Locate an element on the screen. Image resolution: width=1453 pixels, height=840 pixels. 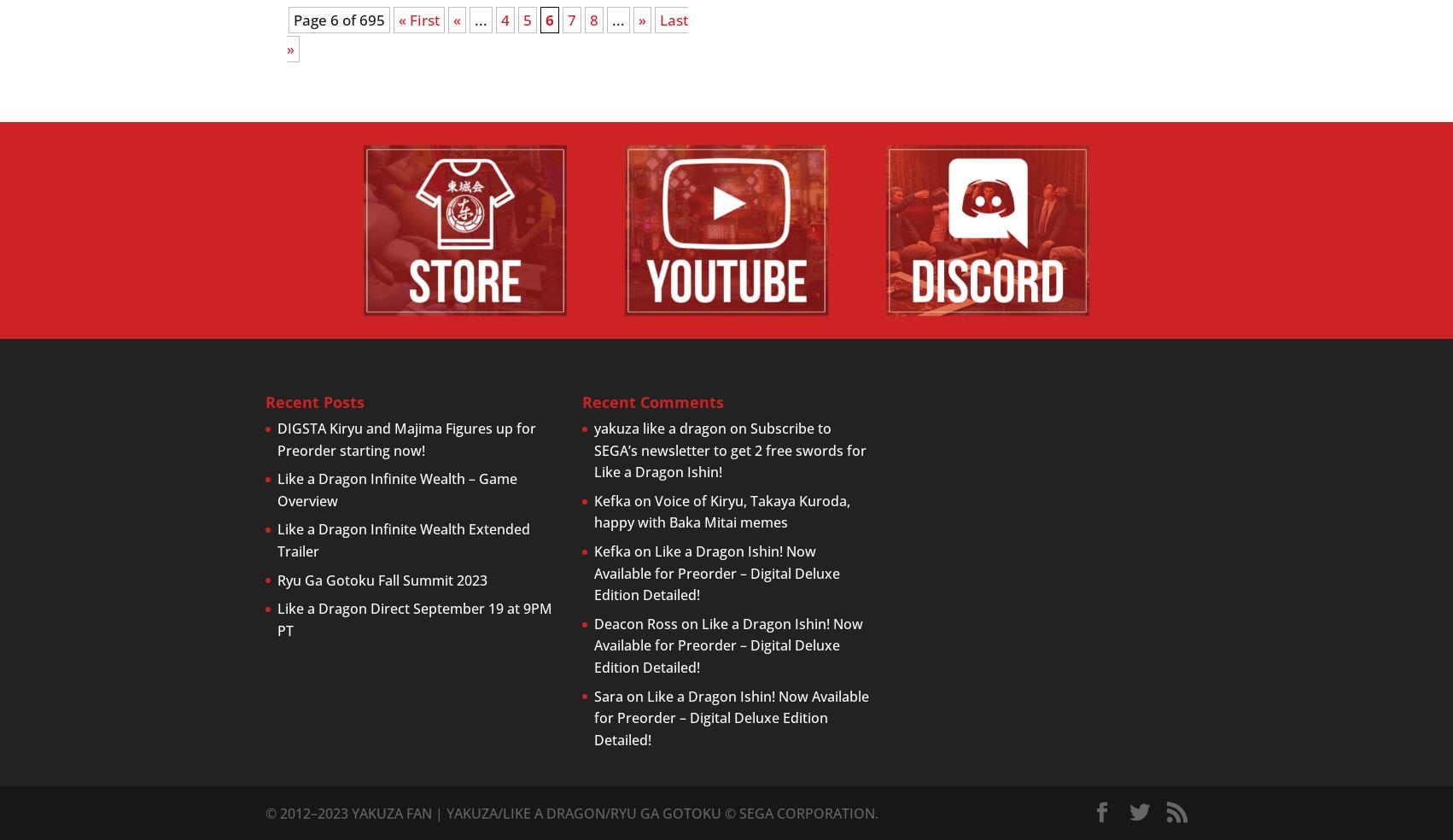
'6' is located at coordinates (545, 19).